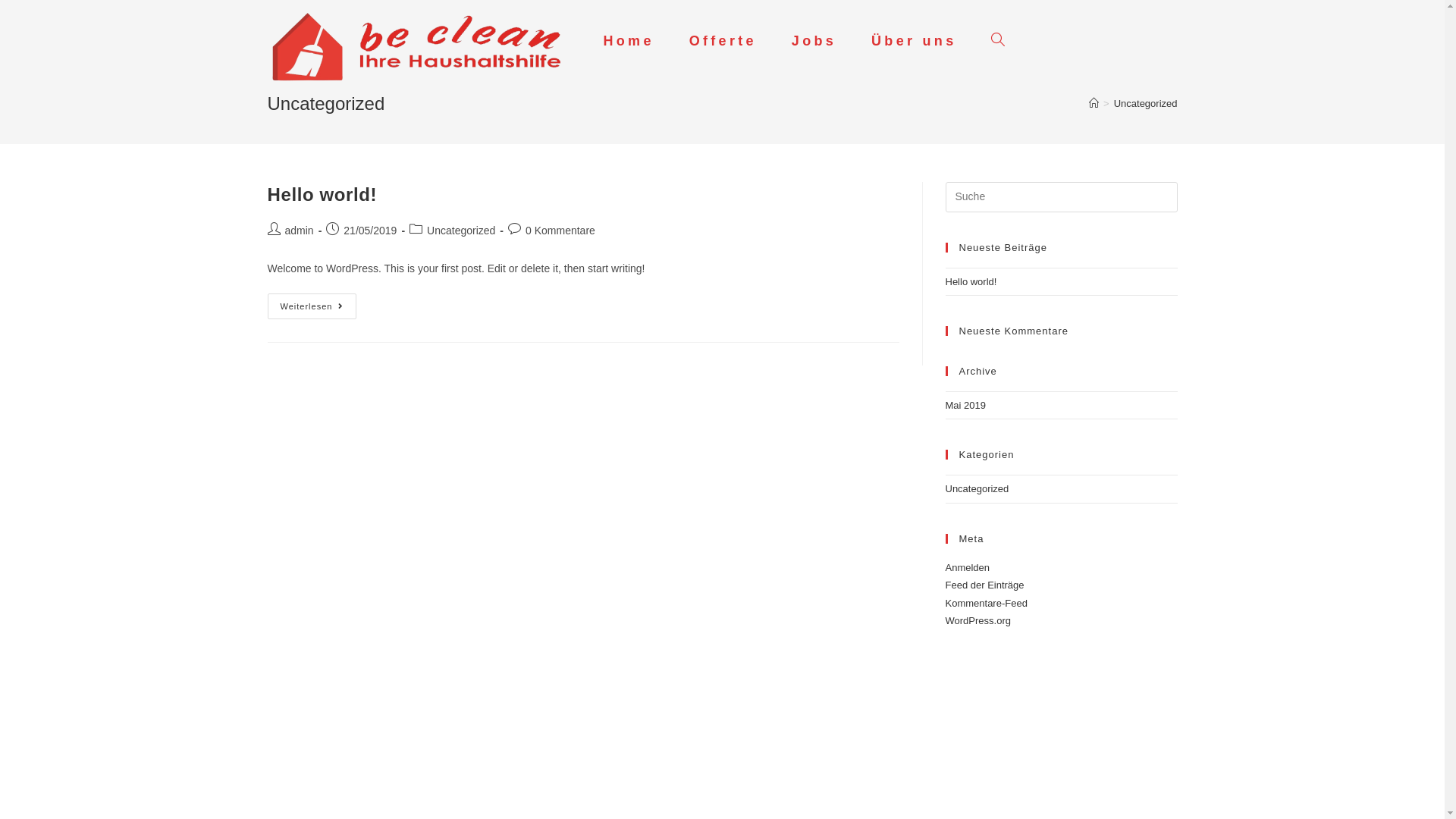 The image size is (1456, 819). I want to click on 'Weiterlesen, so click(311, 306).